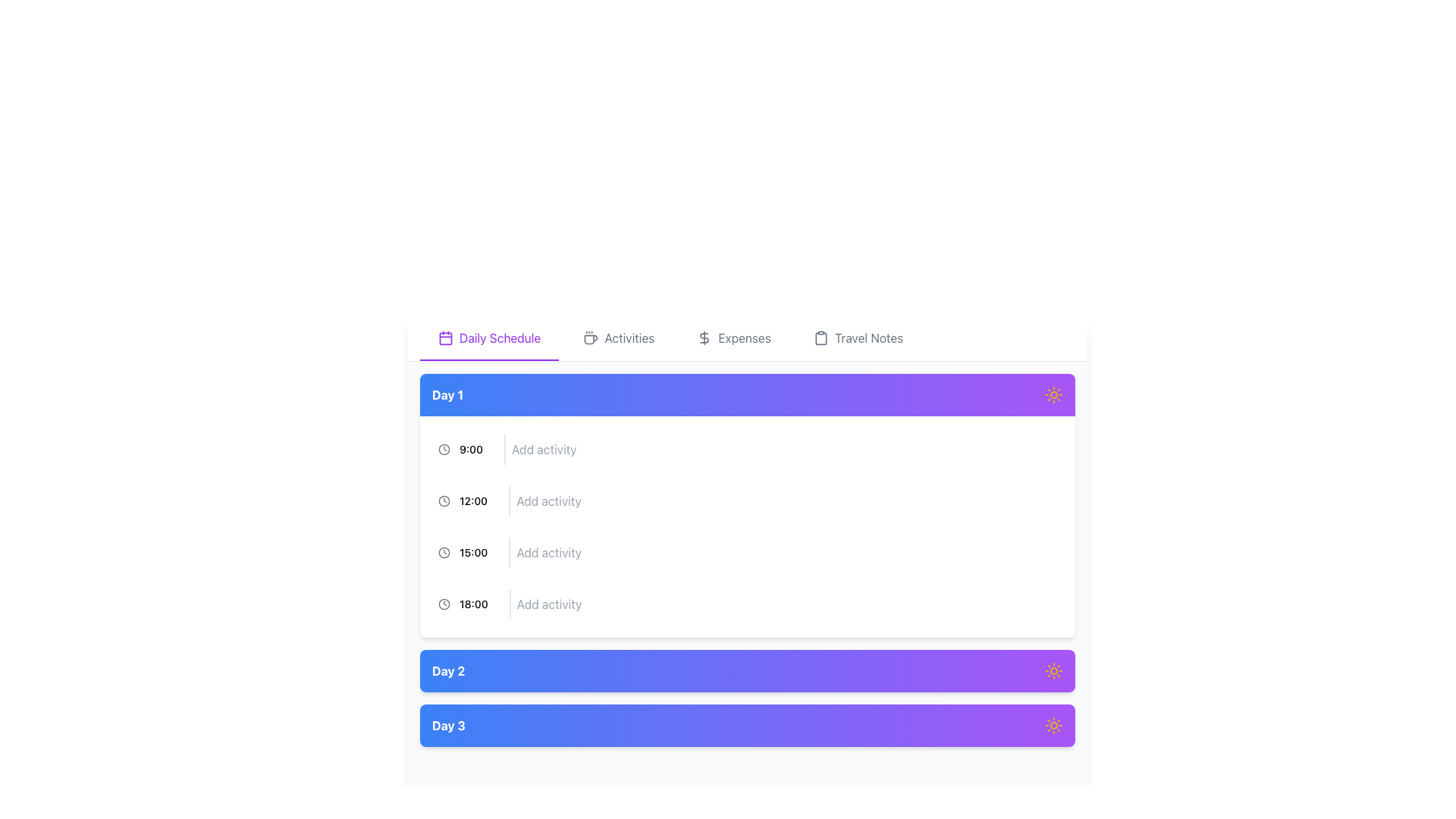 This screenshot has width=1456, height=819. Describe the element at coordinates (590, 337) in the screenshot. I see `the small coffee cup-shaped icon in the 'Activities' tab header, which is styled in gray and located in the central navigation bar` at that location.